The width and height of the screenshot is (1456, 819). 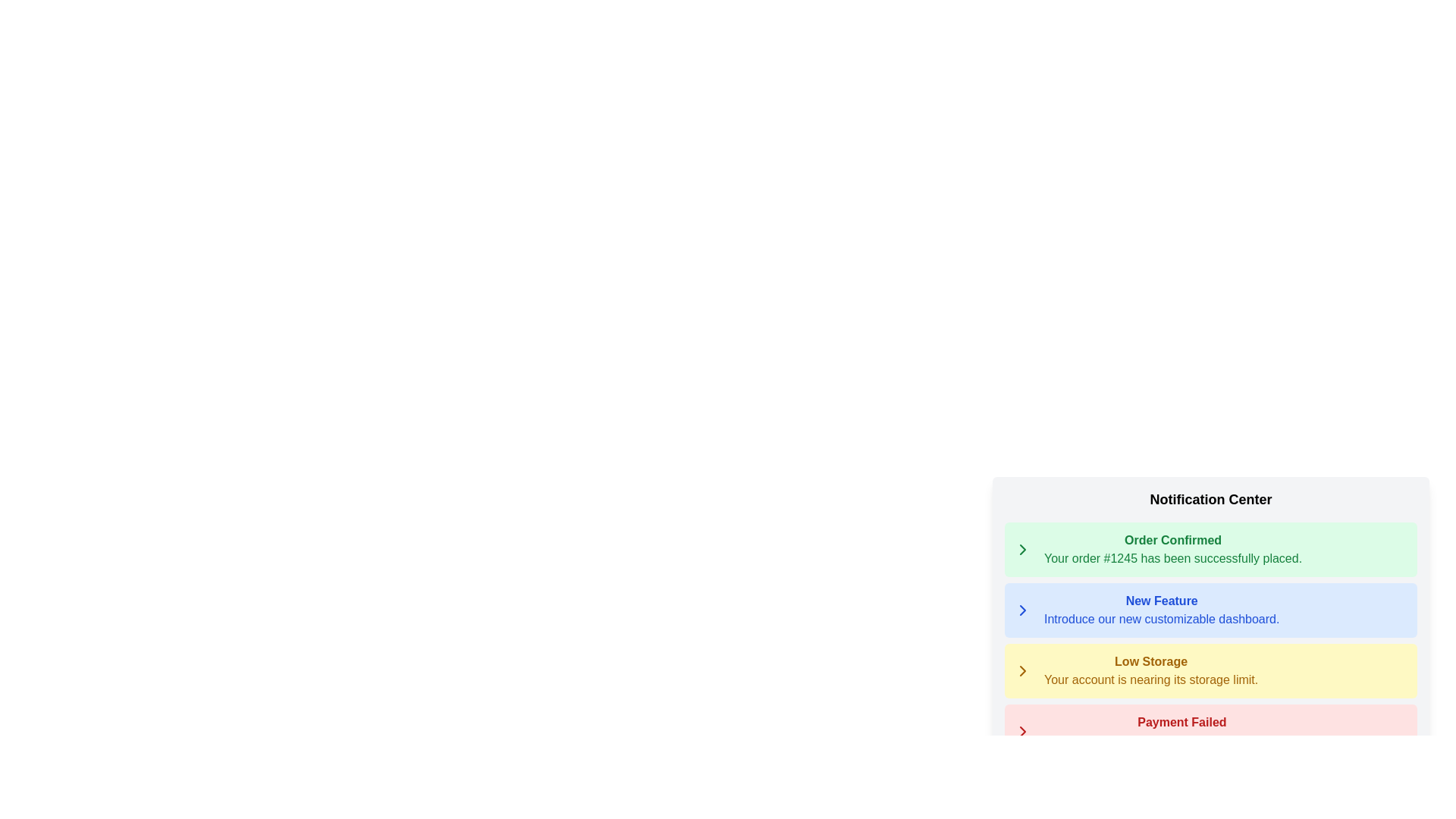 What do you see at coordinates (1172, 540) in the screenshot?
I see `the 'Order Confirmed' text label, which is prominently displayed in a green background and serves as a title within the Notification Center` at bounding box center [1172, 540].